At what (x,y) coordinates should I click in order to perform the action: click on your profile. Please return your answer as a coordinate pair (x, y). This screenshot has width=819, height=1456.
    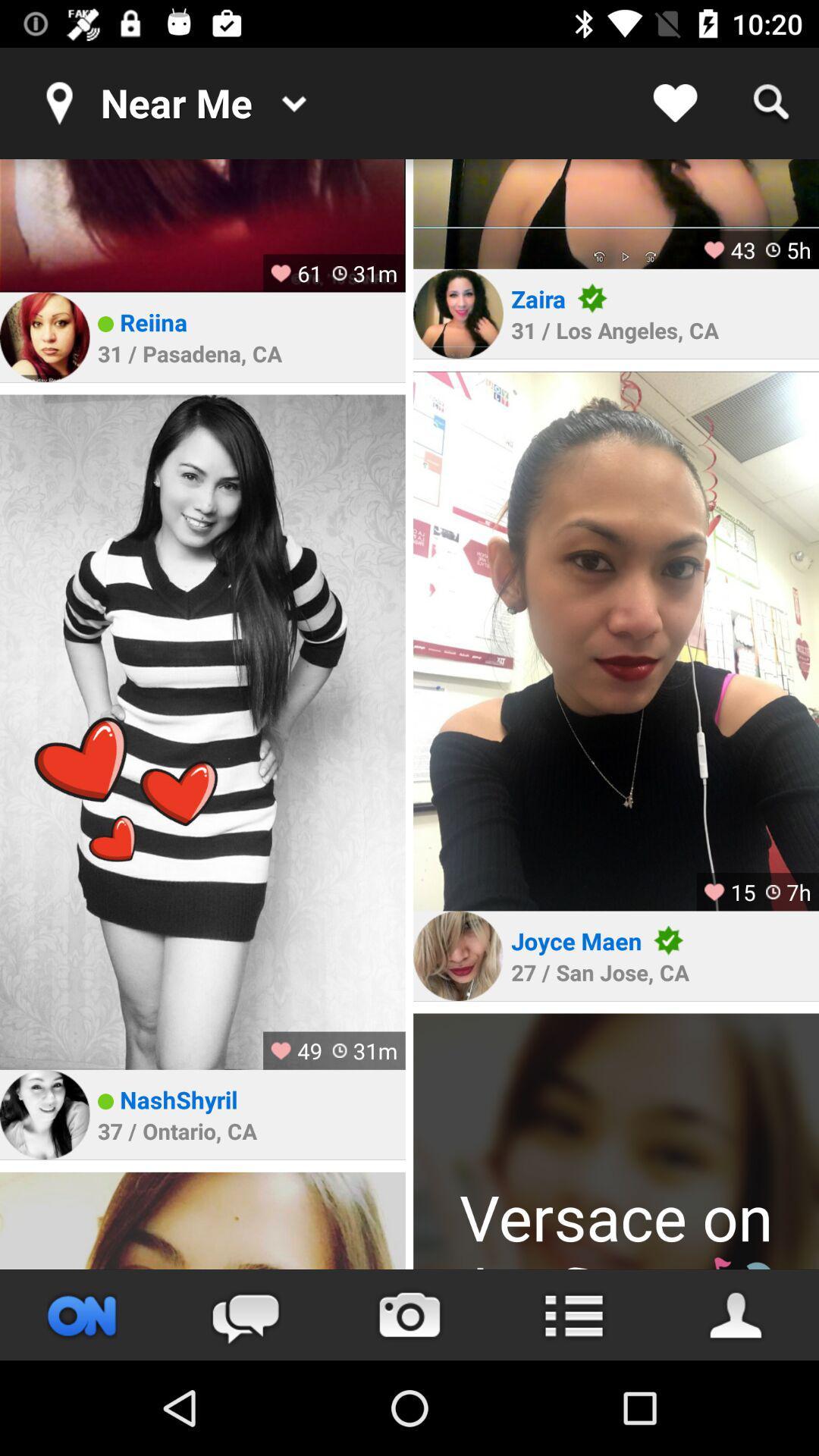
    Looking at the image, I should click on (736, 1314).